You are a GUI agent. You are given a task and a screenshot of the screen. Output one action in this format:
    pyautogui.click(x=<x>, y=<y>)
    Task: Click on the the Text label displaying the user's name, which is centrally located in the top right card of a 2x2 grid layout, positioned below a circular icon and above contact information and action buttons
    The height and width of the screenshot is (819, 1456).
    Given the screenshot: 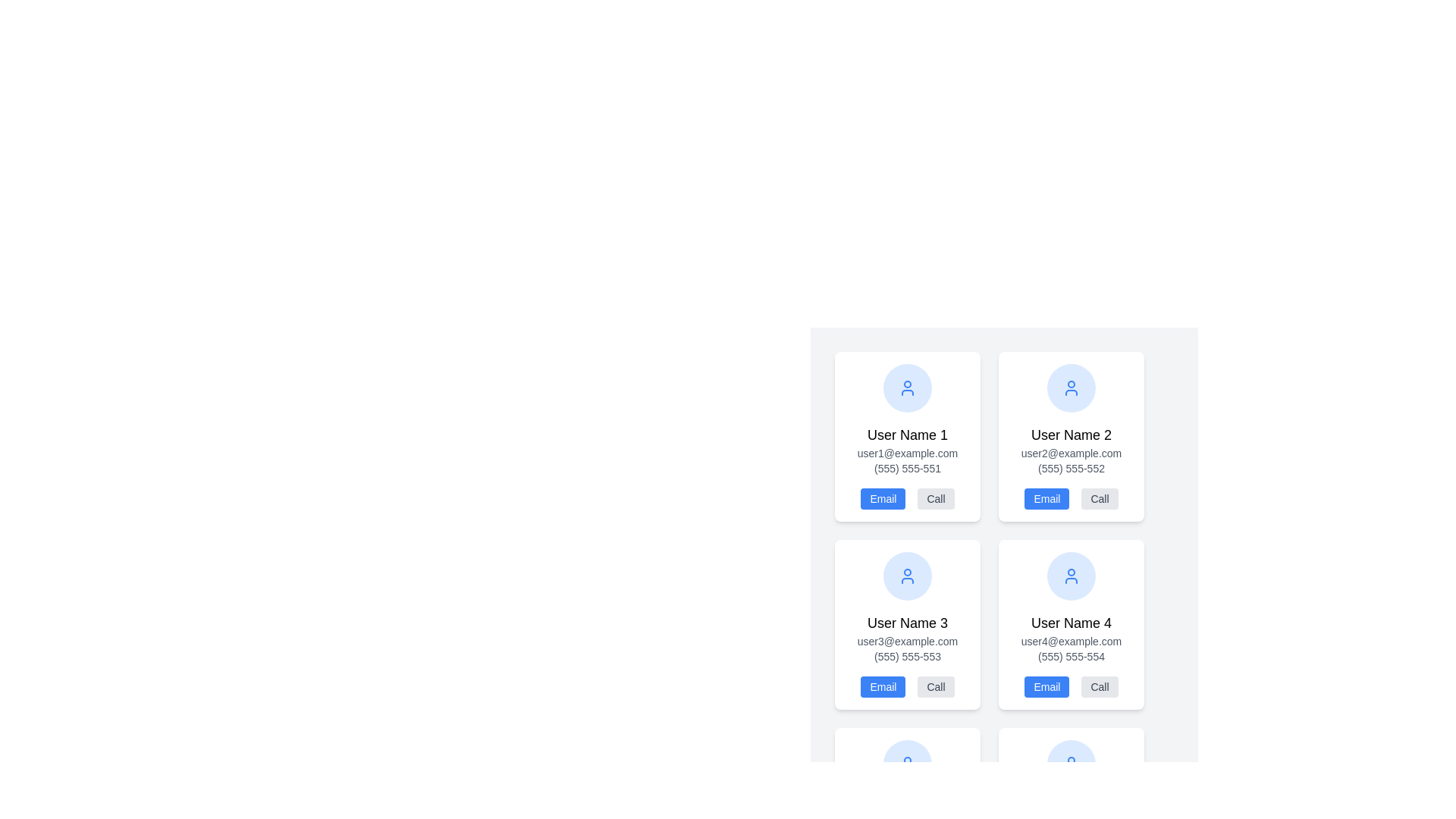 What is the action you would take?
    pyautogui.click(x=1070, y=435)
    